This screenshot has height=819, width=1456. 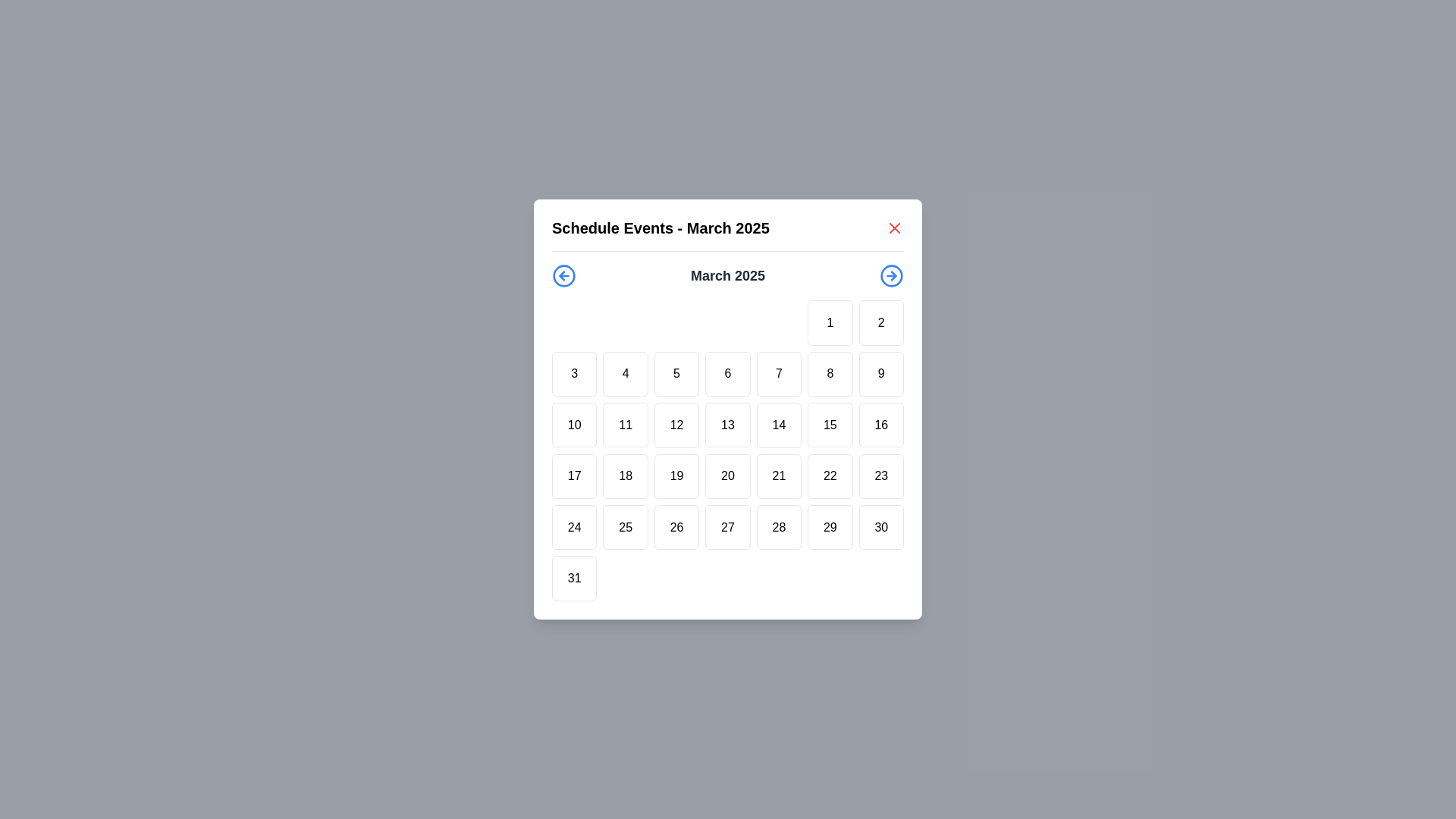 I want to click on the square placeholder grid cell located as the third item in the top row of the calendar grid, which is visually distinct as it contains no numbers or content, so click(x=676, y=322).